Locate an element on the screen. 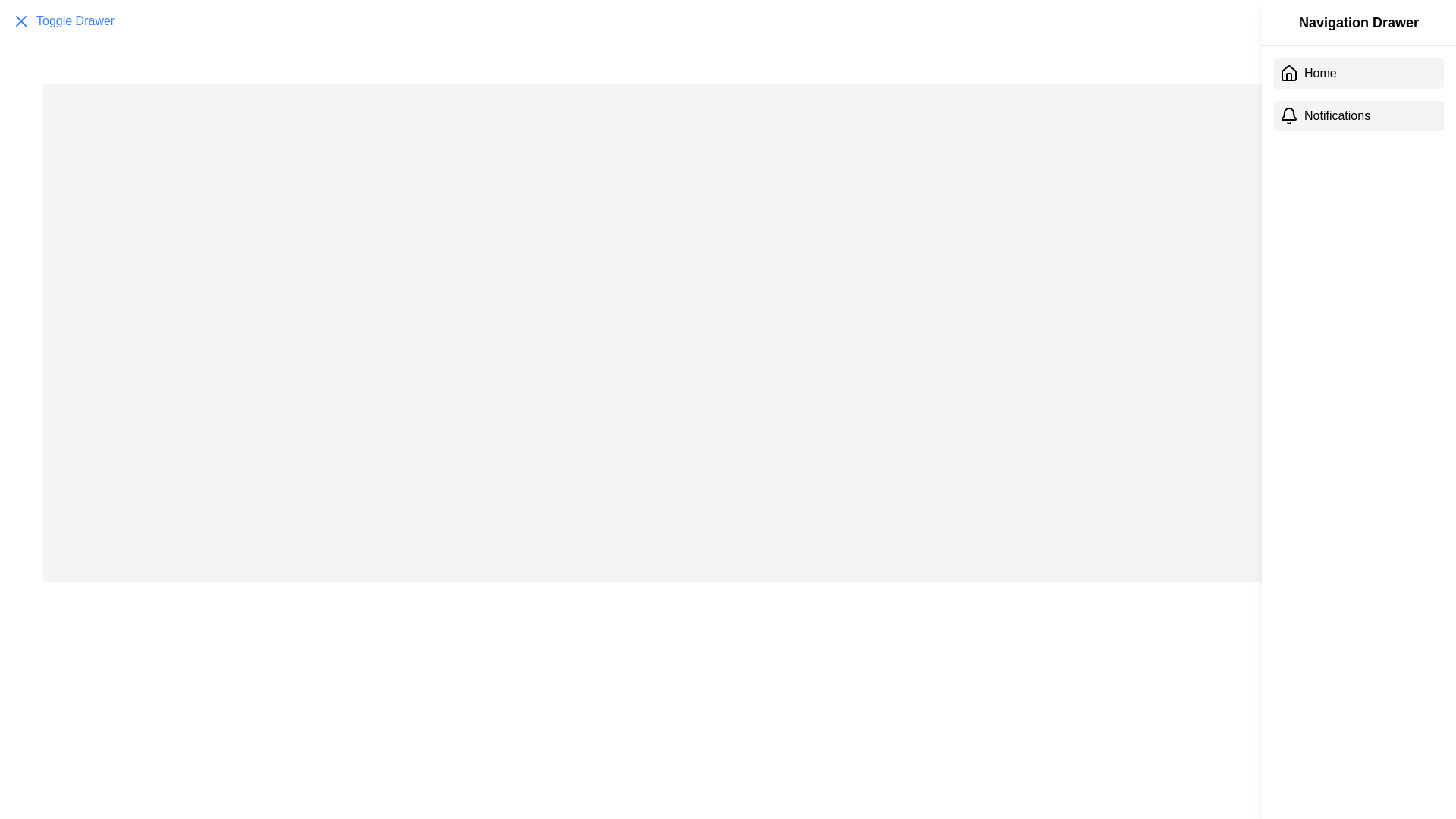 The image size is (1456, 819). the house-shaped icon is located at coordinates (1288, 73).